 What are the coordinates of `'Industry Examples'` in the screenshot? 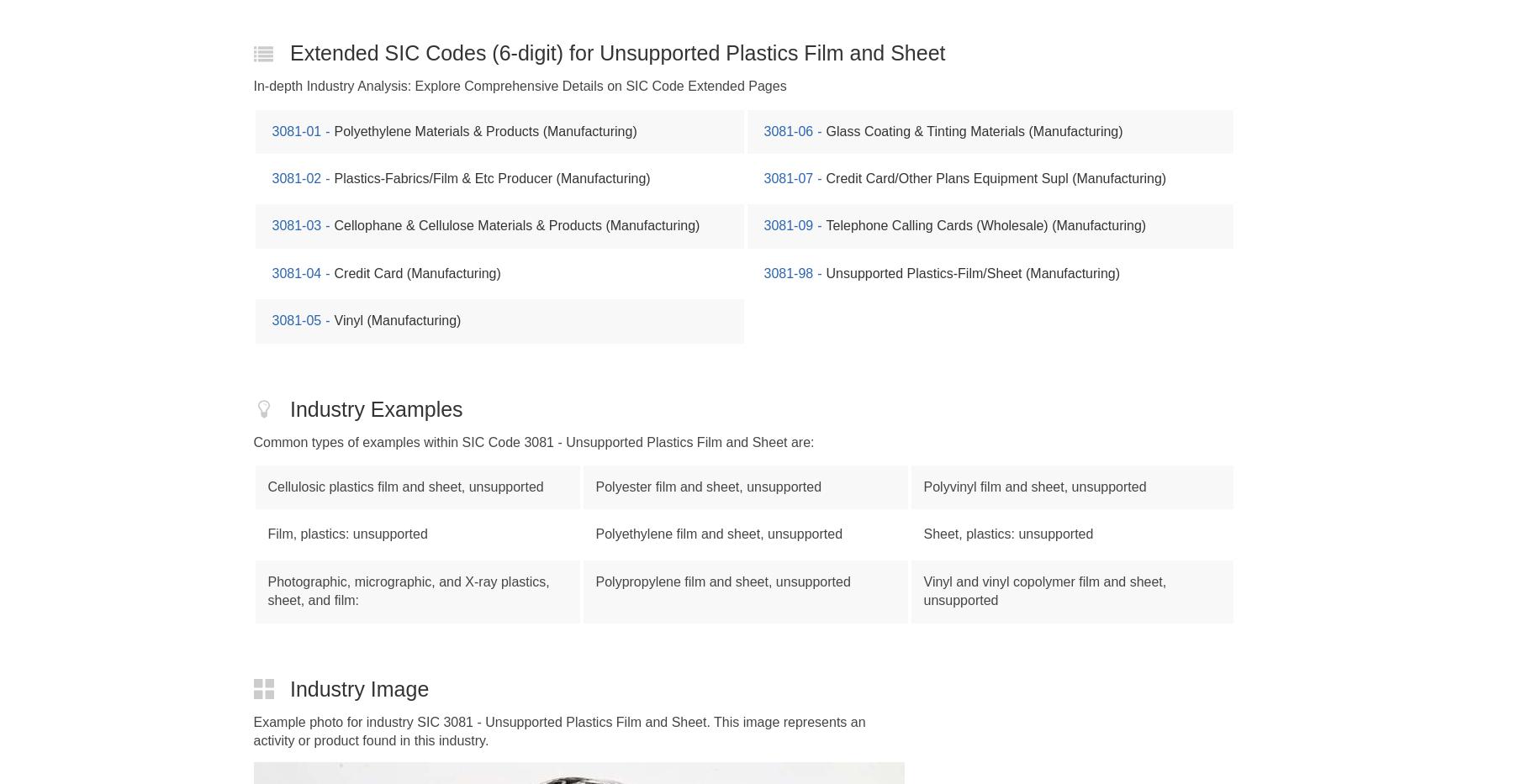 It's located at (288, 408).